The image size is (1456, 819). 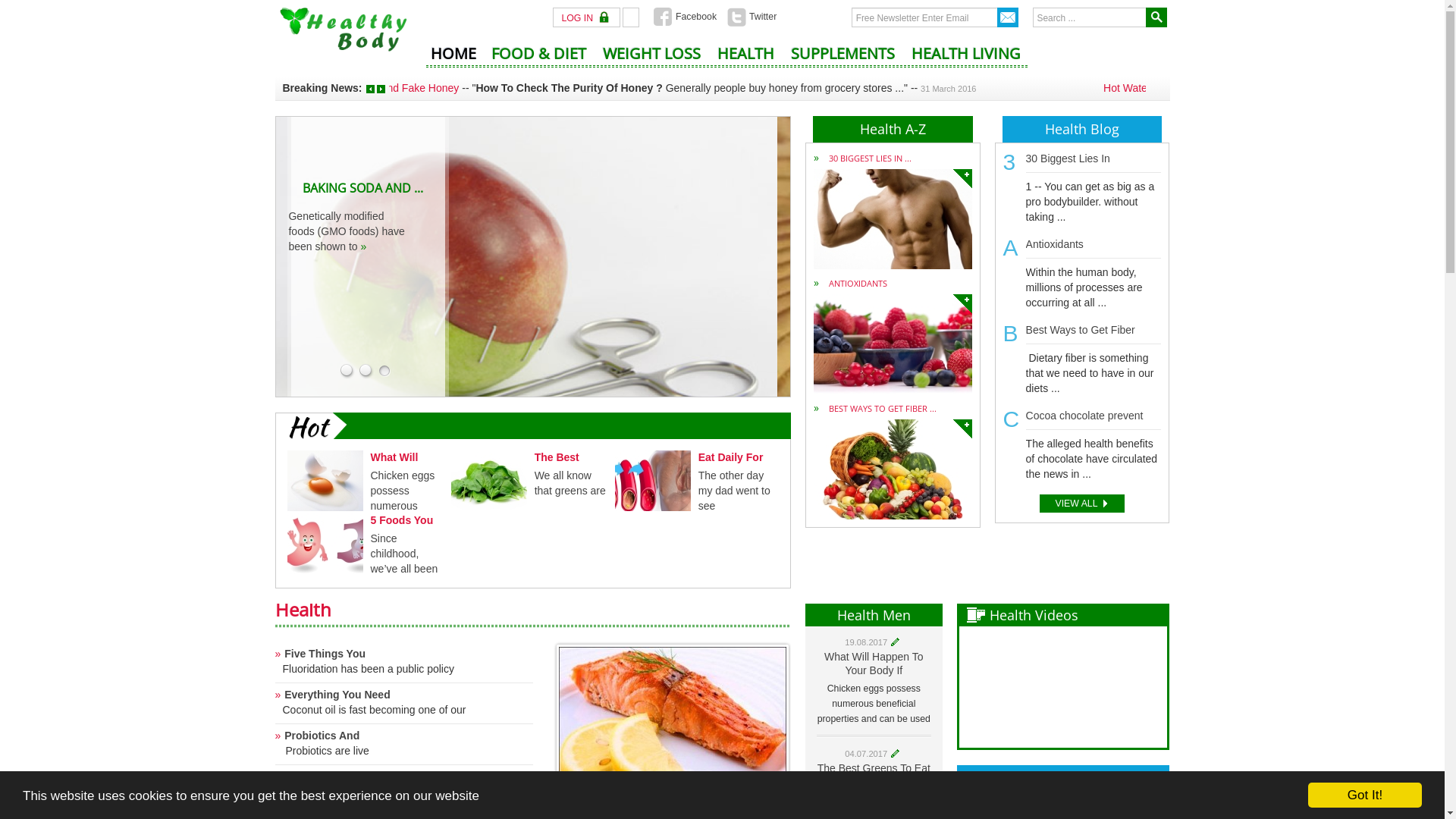 I want to click on 'Send', so click(x=1008, y=17).